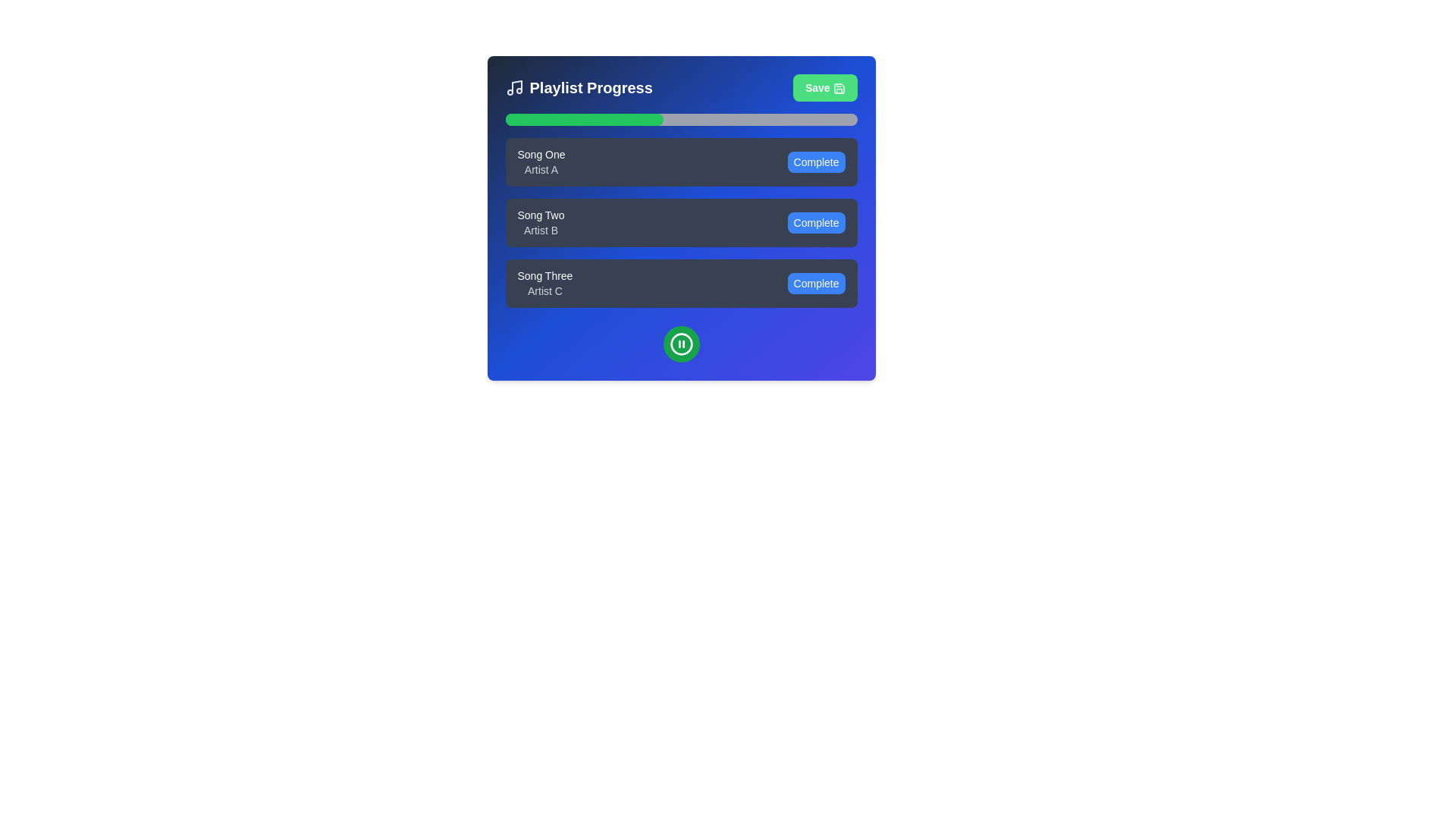 The height and width of the screenshot is (819, 1456). What do you see at coordinates (541, 162) in the screenshot?
I see `the Text Display element that shows 'Song One' and 'Artist A', located on the top-most music entry within a card layout, to the left of the 'Complete' button` at bounding box center [541, 162].